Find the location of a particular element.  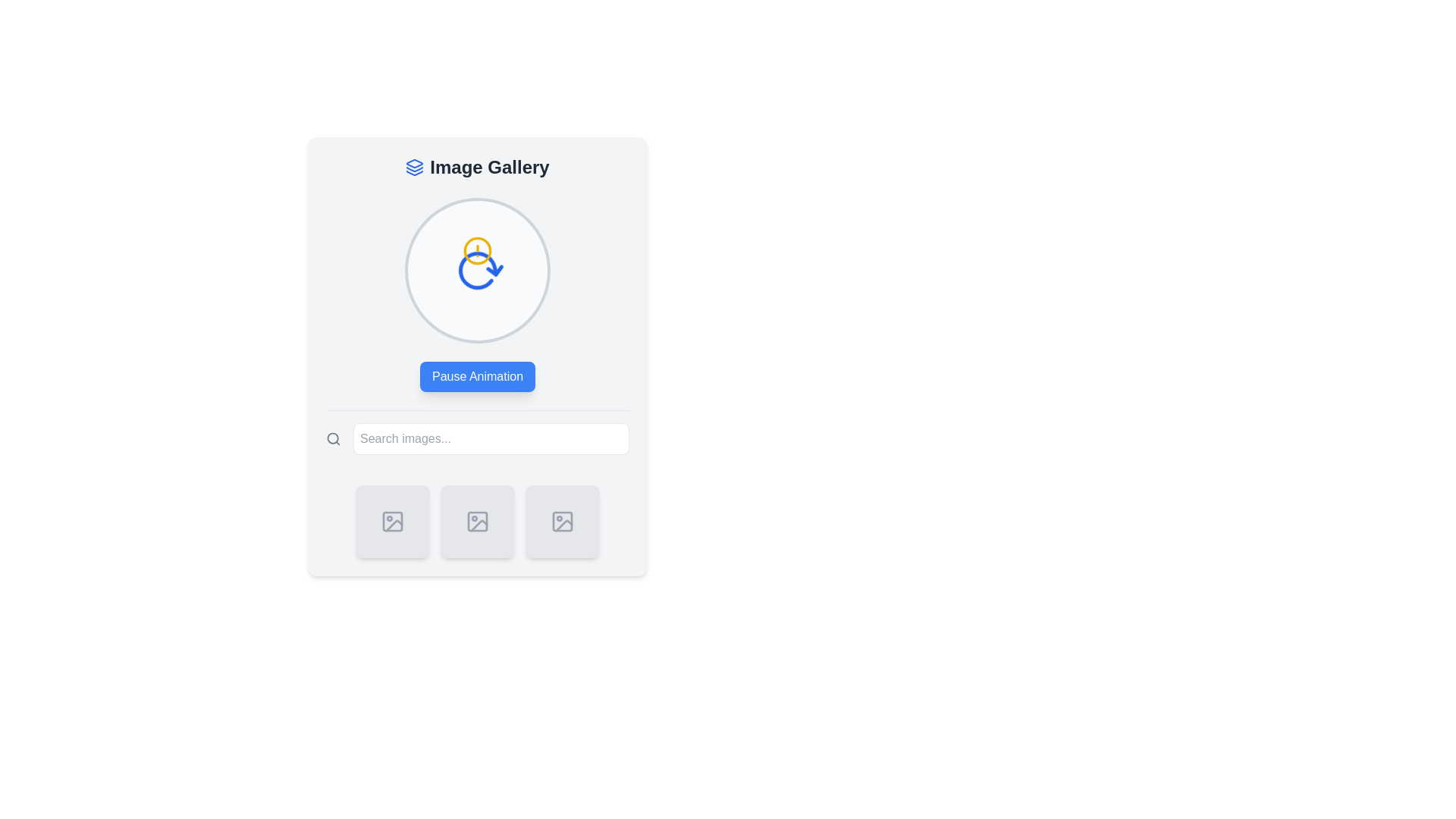

the animation within the circular interactive visual indication component located in the 'Image Gallery' card, which features a rotating blue arrow and a yellow circular alert icon is located at coordinates (476, 270).